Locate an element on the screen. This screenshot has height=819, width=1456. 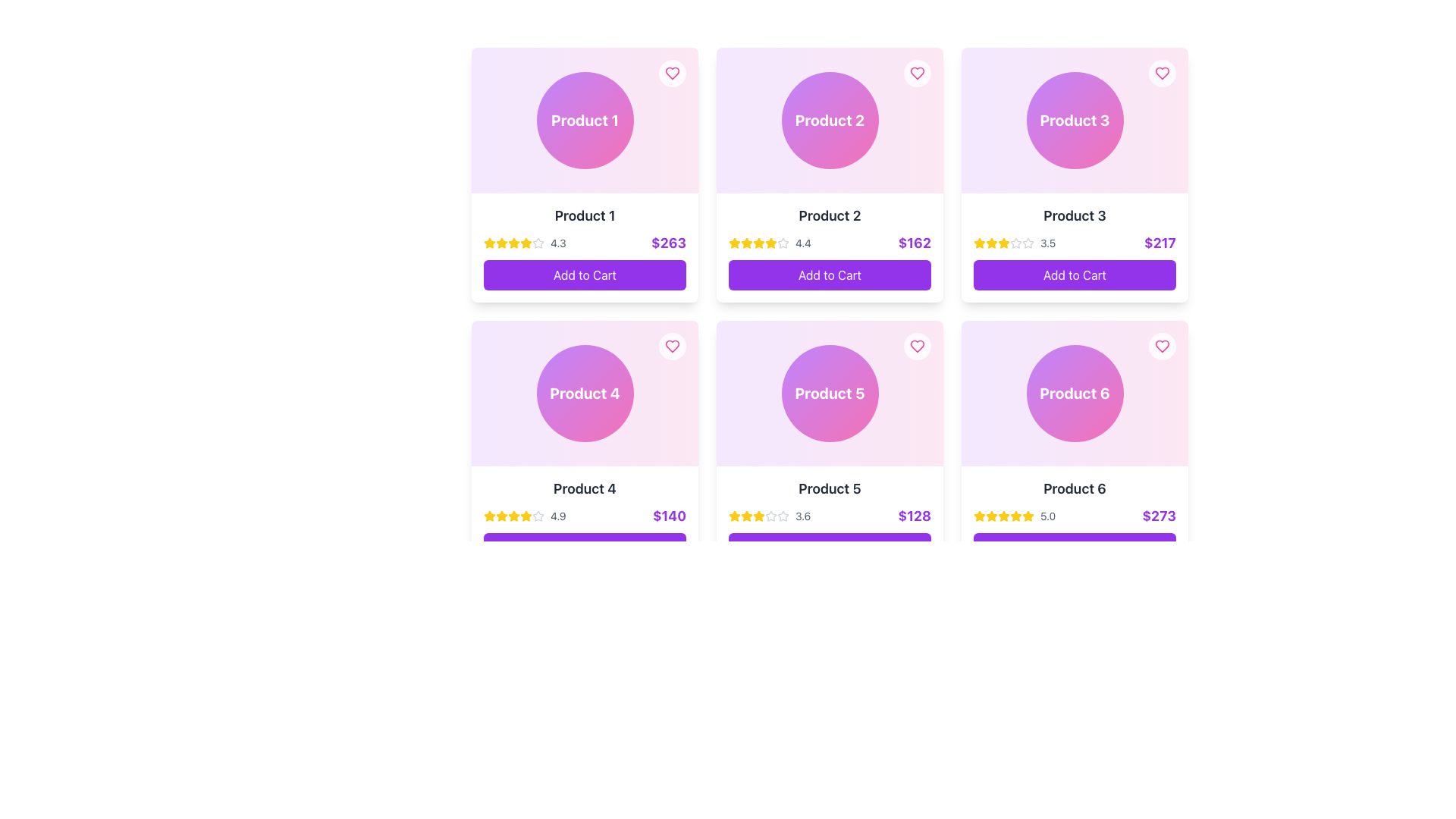
the visual identifier button or label that represents 'Product 5' is located at coordinates (829, 393).